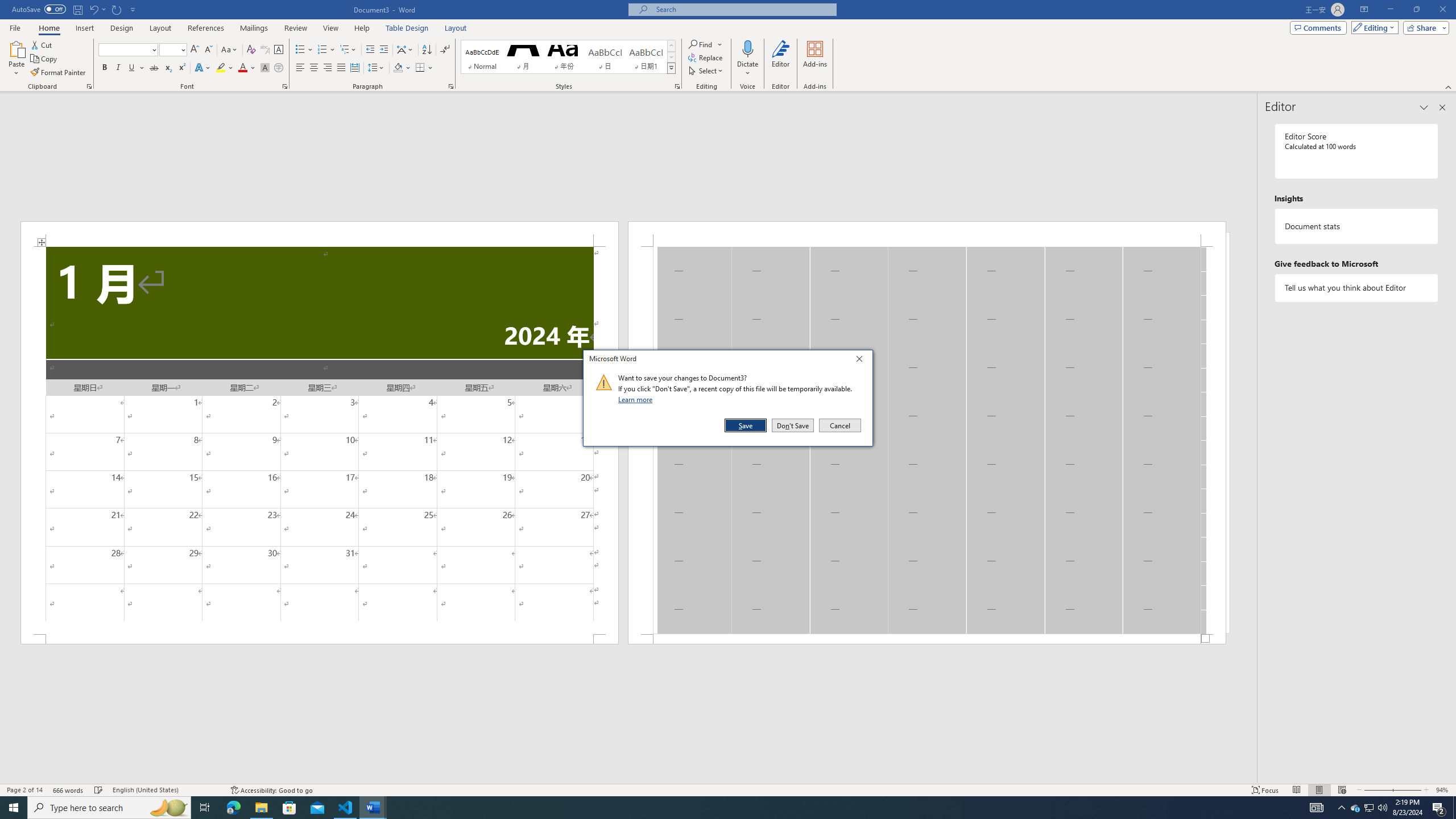 This screenshot has height=819, width=1456. Describe the element at coordinates (671, 67) in the screenshot. I see `'Styles'` at that location.